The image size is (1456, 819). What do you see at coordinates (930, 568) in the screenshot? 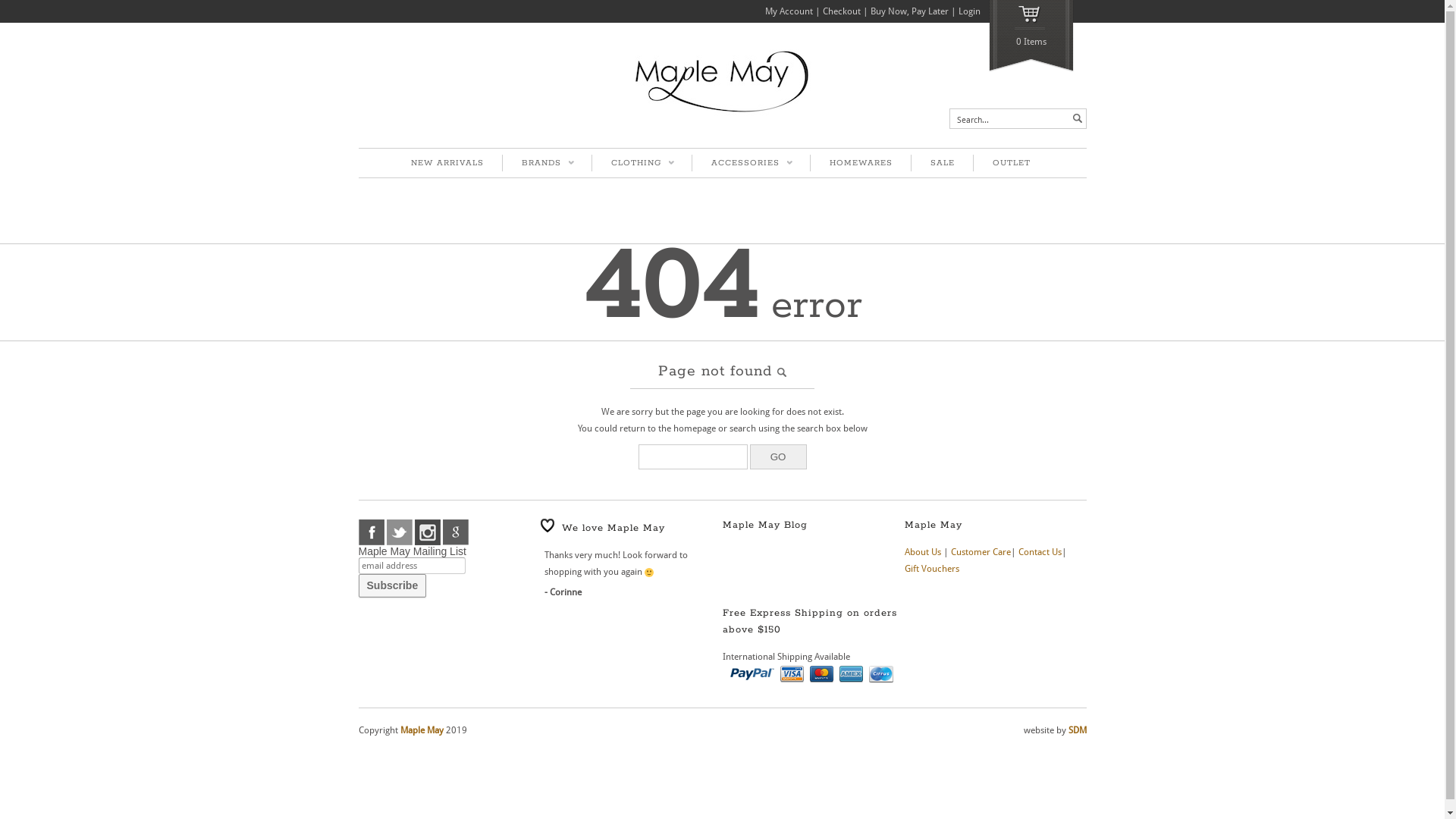
I see `'Gift Vouchers'` at bounding box center [930, 568].